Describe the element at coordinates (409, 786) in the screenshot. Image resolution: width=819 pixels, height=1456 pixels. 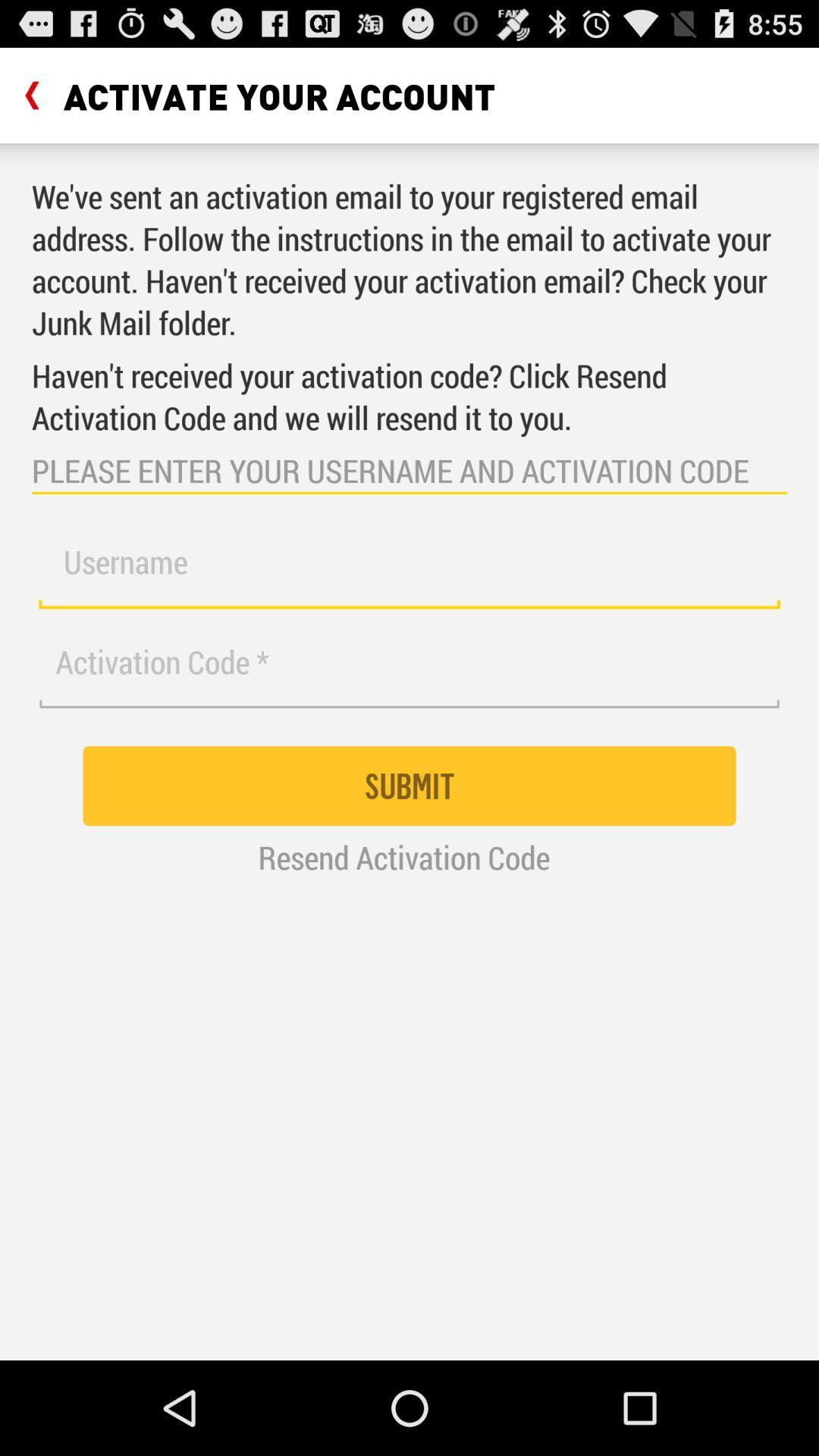
I see `item above resend activation code icon` at that location.